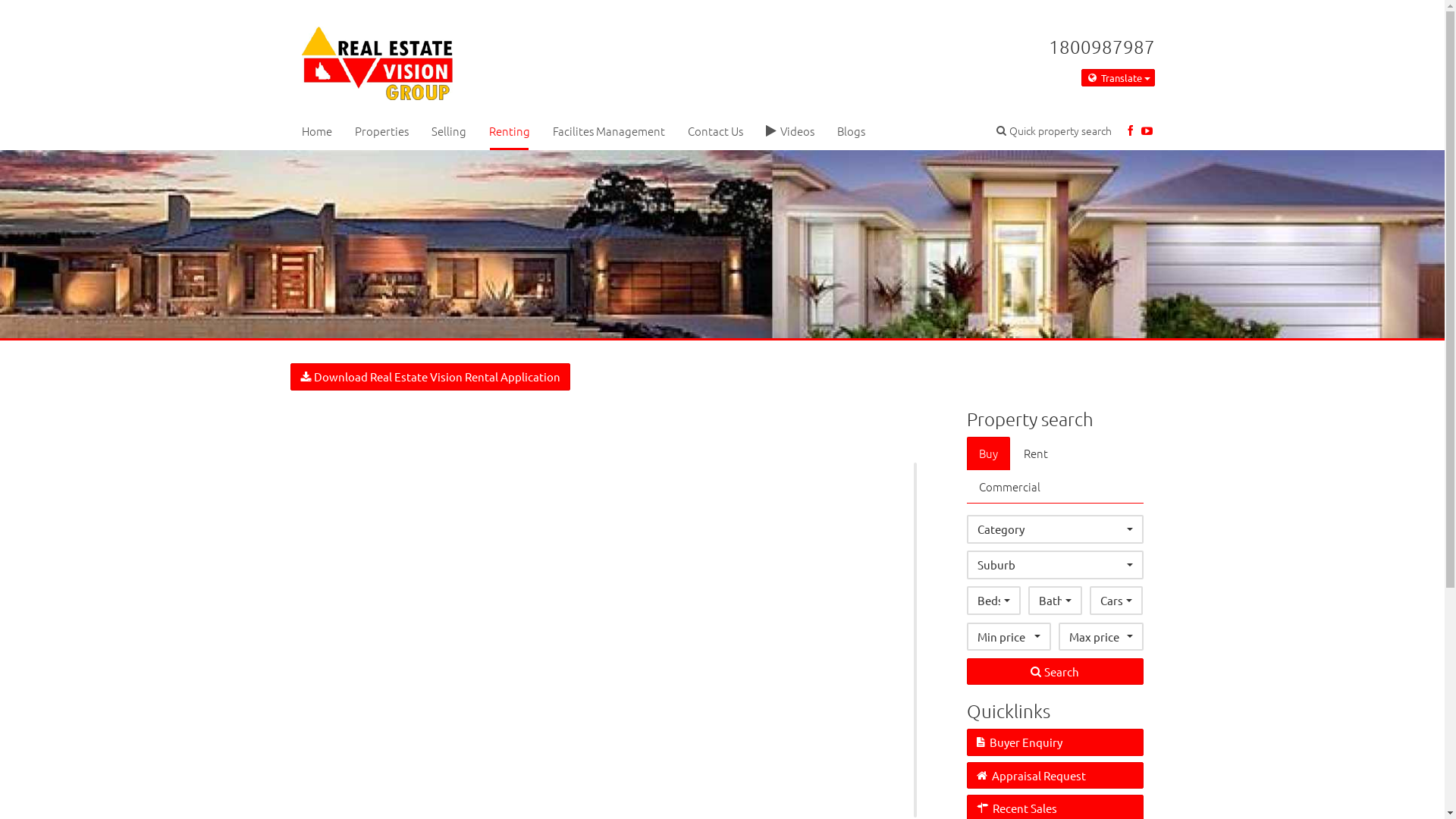 The width and height of the screenshot is (1456, 819). Describe the element at coordinates (1054, 670) in the screenshot. I see `'Search'` at that location.